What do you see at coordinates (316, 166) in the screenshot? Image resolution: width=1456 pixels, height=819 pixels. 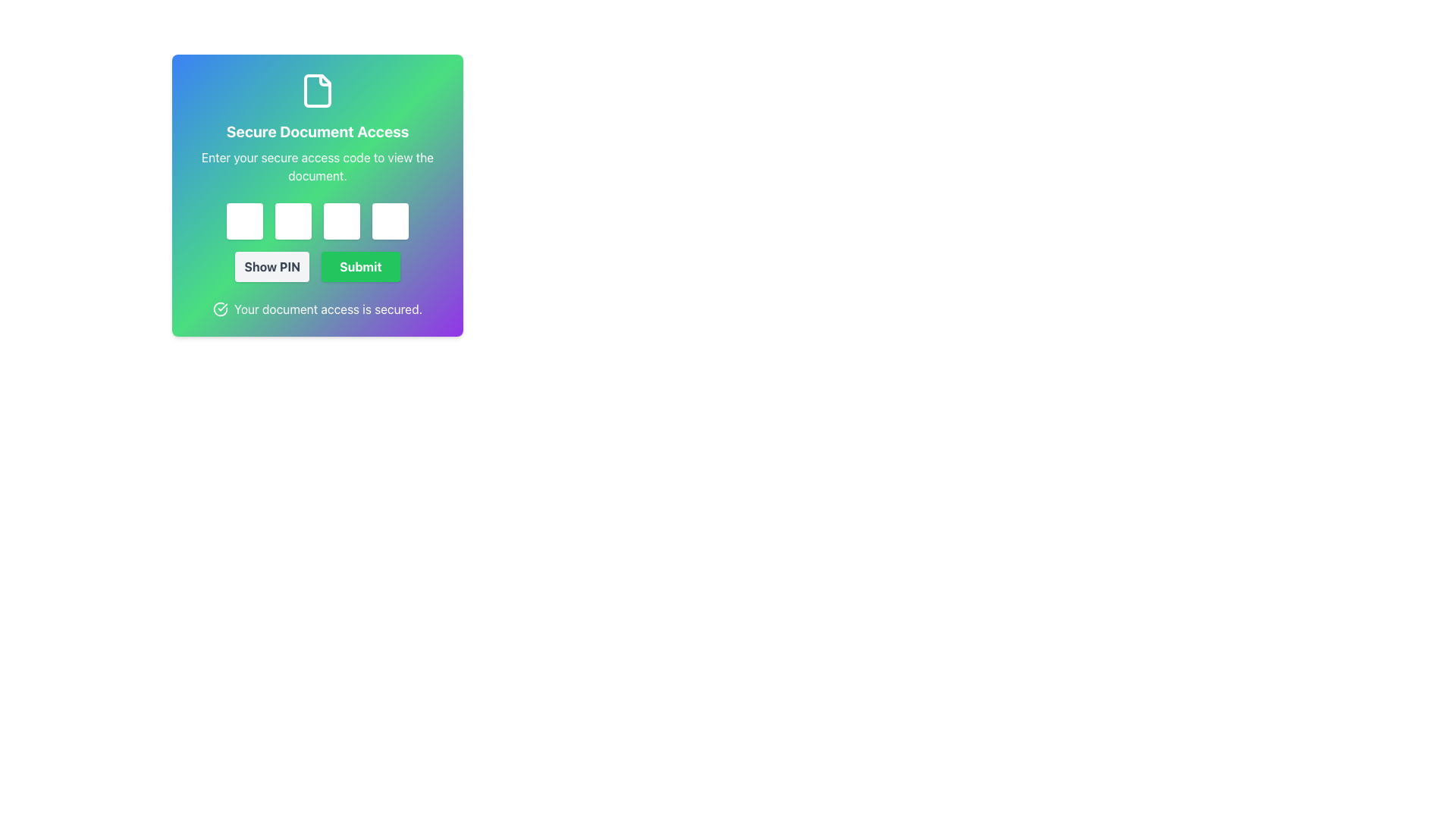 I see `the static text stating 'Enter your secure access code` at bounding box center [316, 166].